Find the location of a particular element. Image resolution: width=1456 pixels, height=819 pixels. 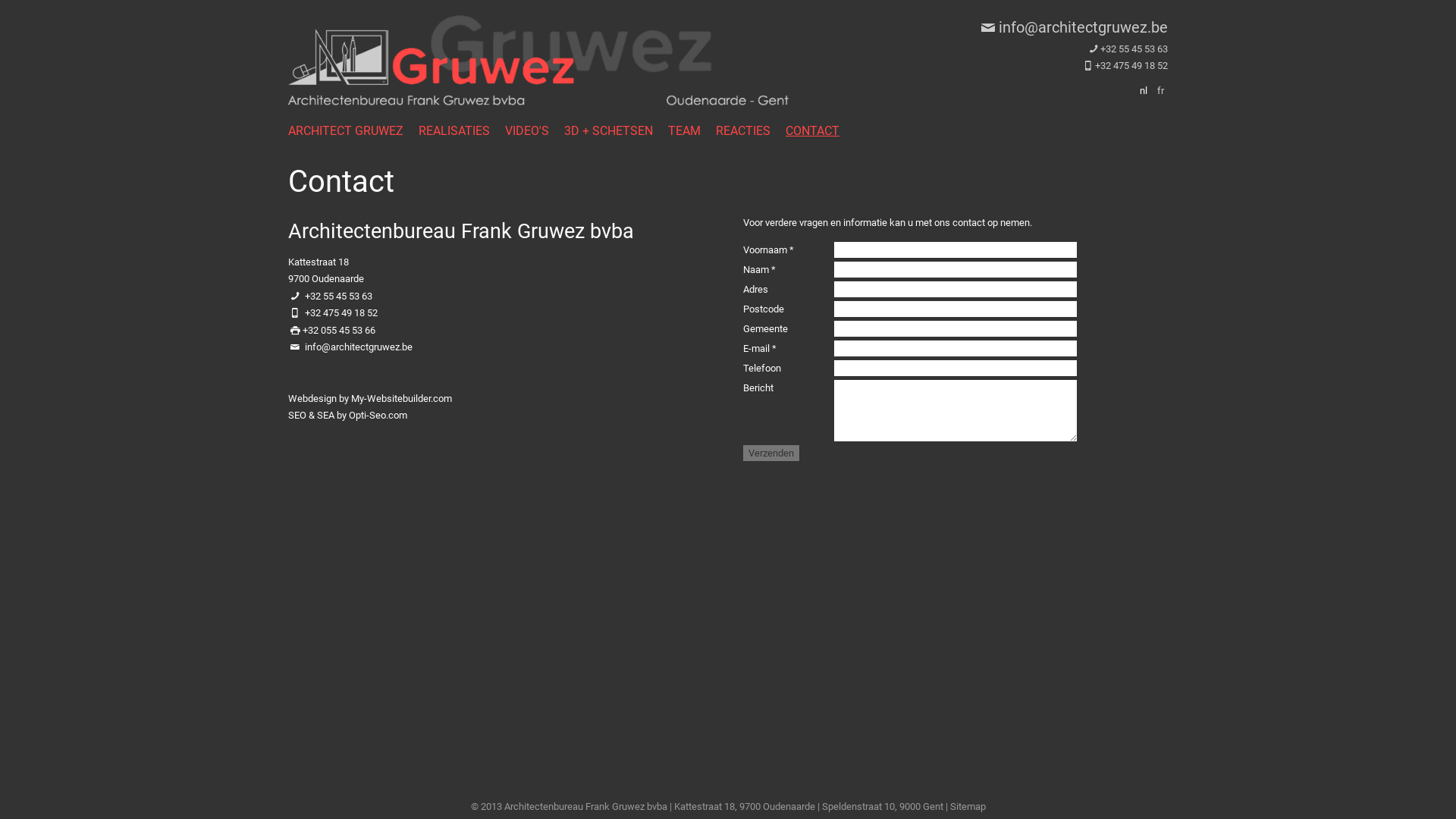

'nl' is located at coordinates (1143, 90).